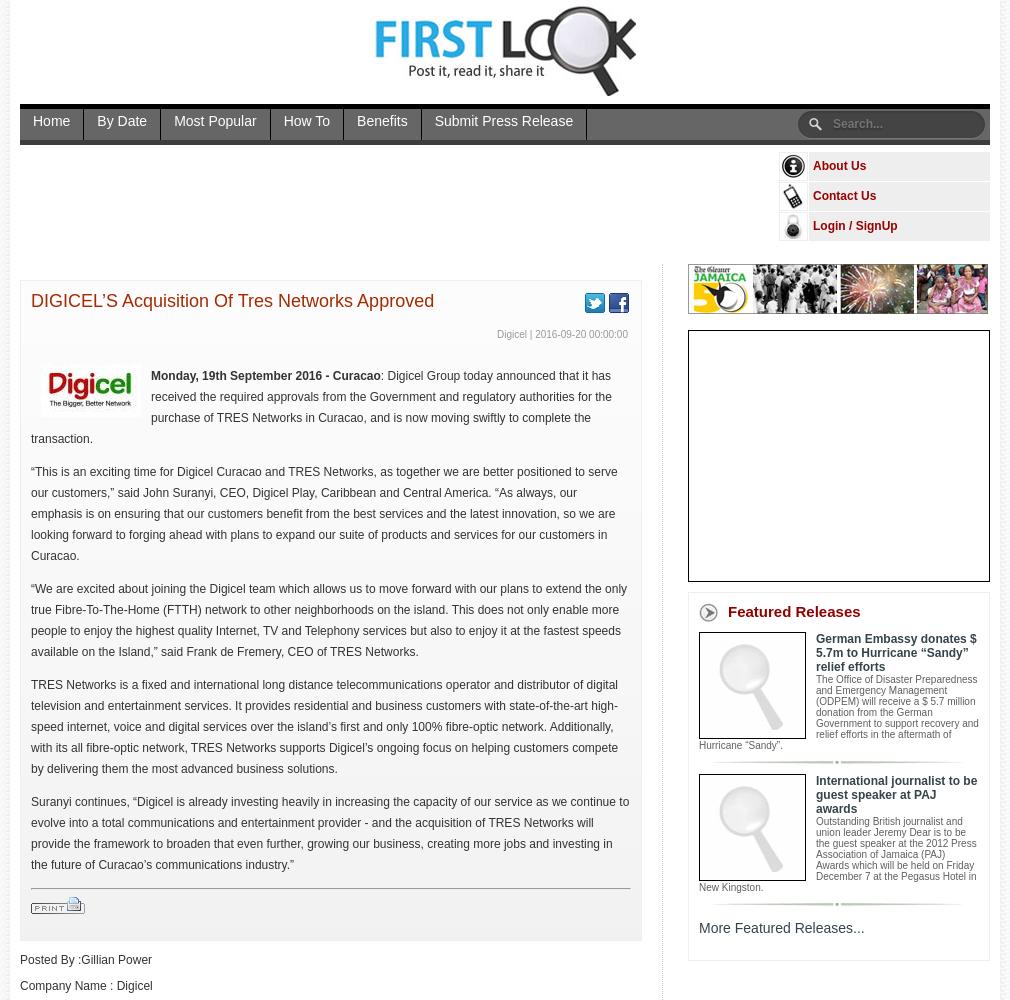 Image resolution: width=1010 pixels, height=1000 pixels. I want to click on 'About Us', so click(839, 166).